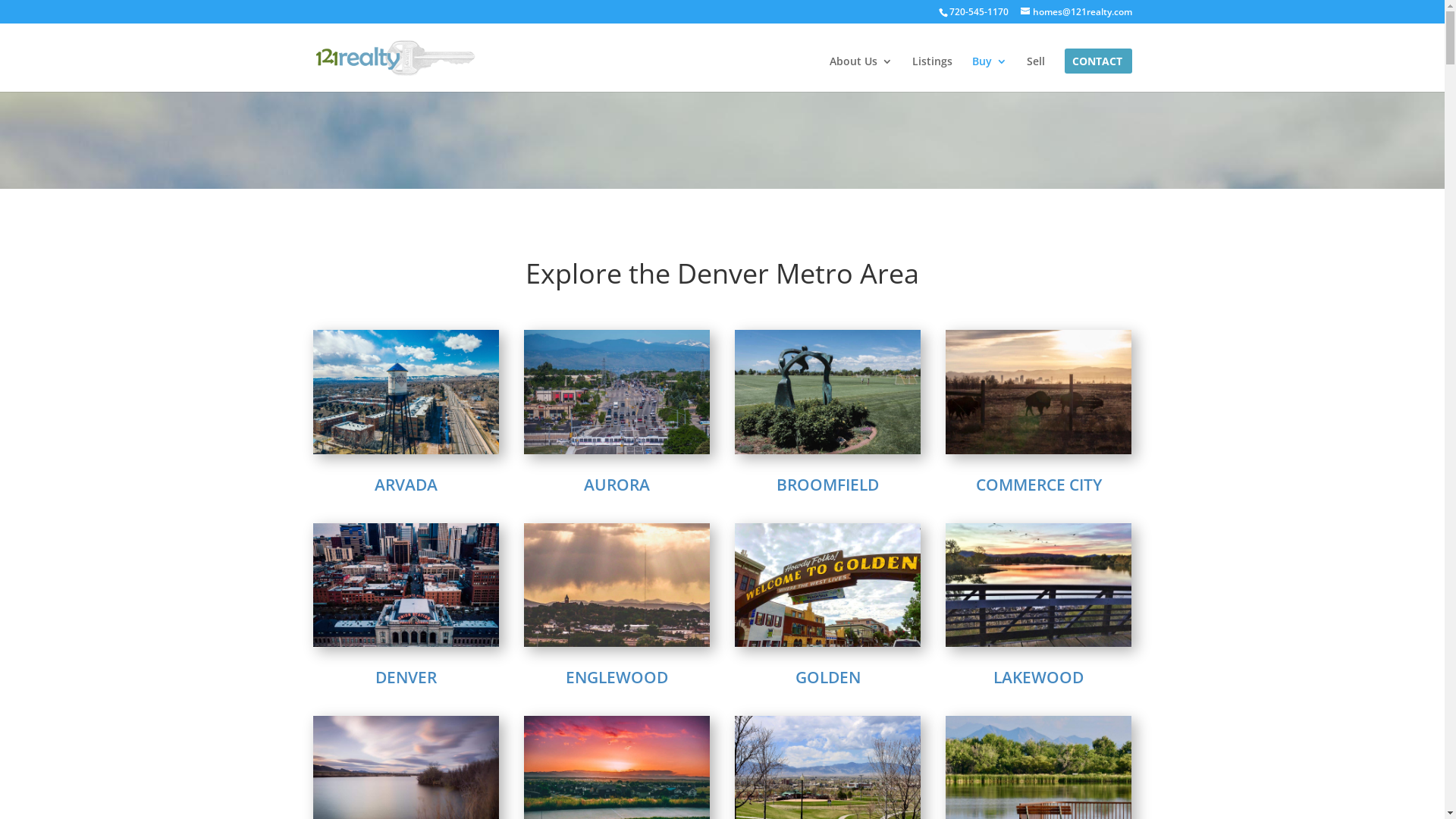  Describe the element at coordinates (826, 676) in the screenshot. I see `'GOLDEN'` at that location.